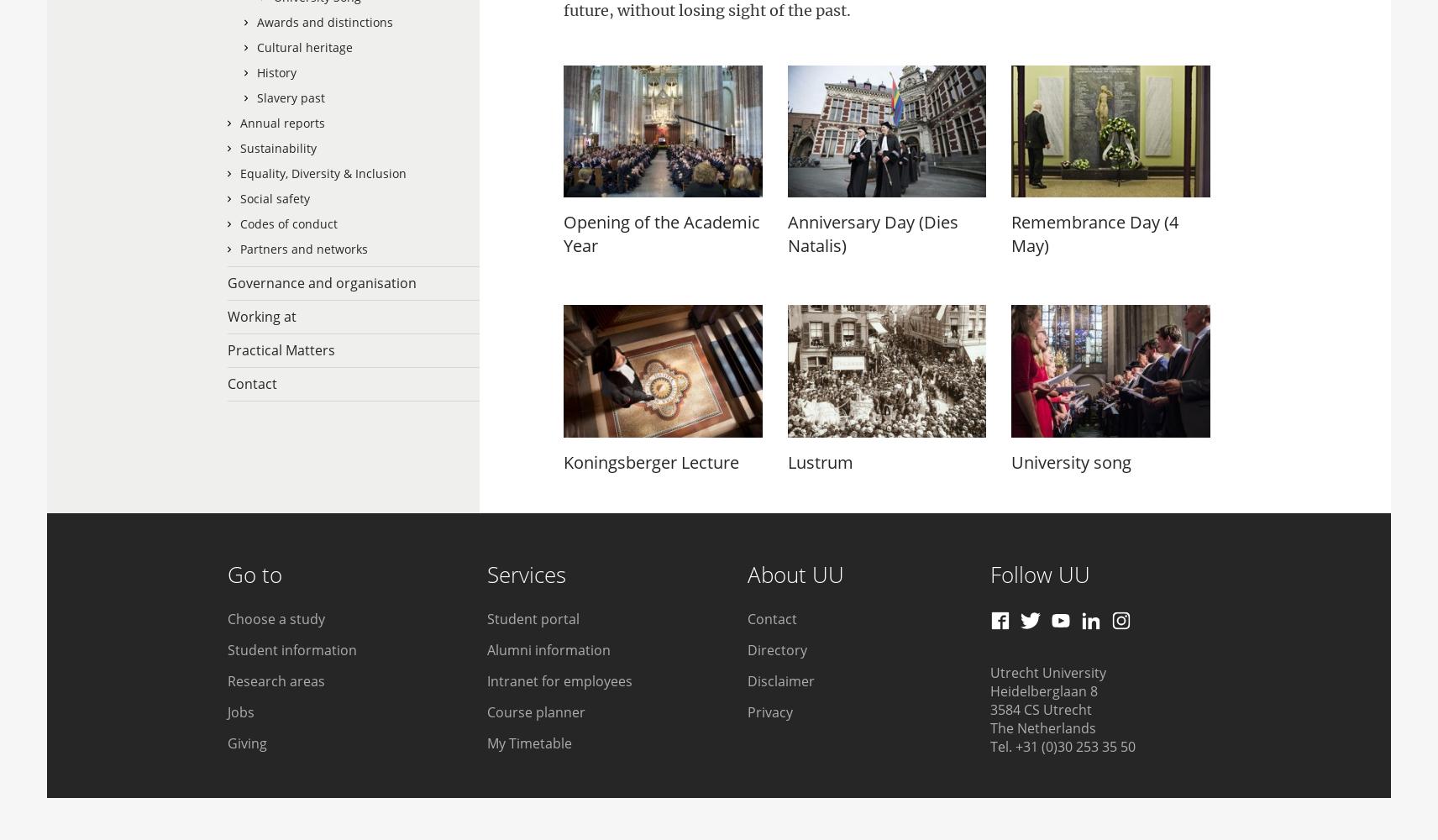  Describe the element at coordinates (256, 22) in the screenshot. I see `'Awards and distinctions'` at that location.